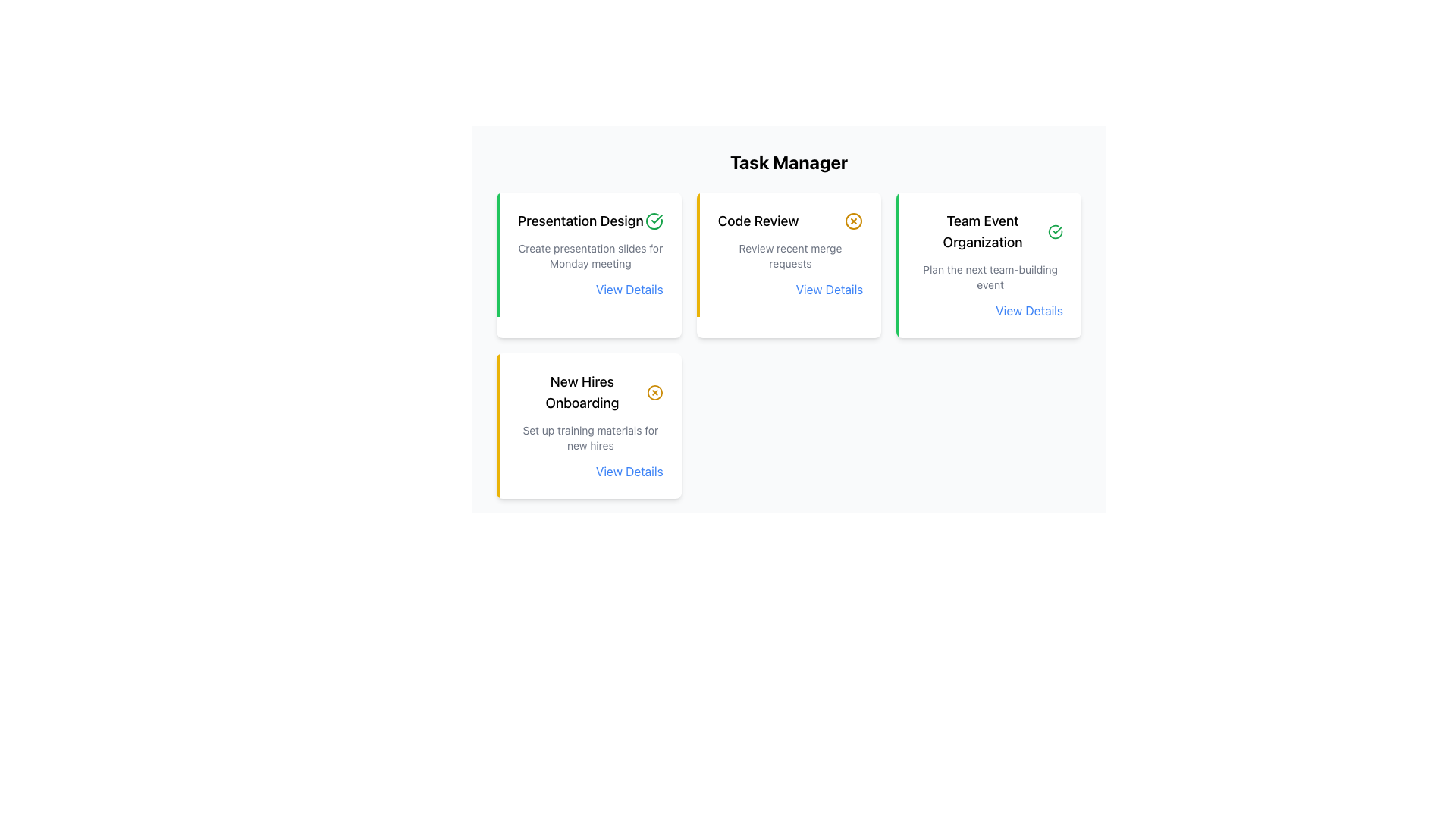 Image resolution: width=1456 pixels, height=819 pixels. What do you see at coordinates (589, 221) in the screenshot?
I see `the 'Presentation Design' text label with a green checkmark icon to possibly reveal further information` at bounding box center [589, 221].